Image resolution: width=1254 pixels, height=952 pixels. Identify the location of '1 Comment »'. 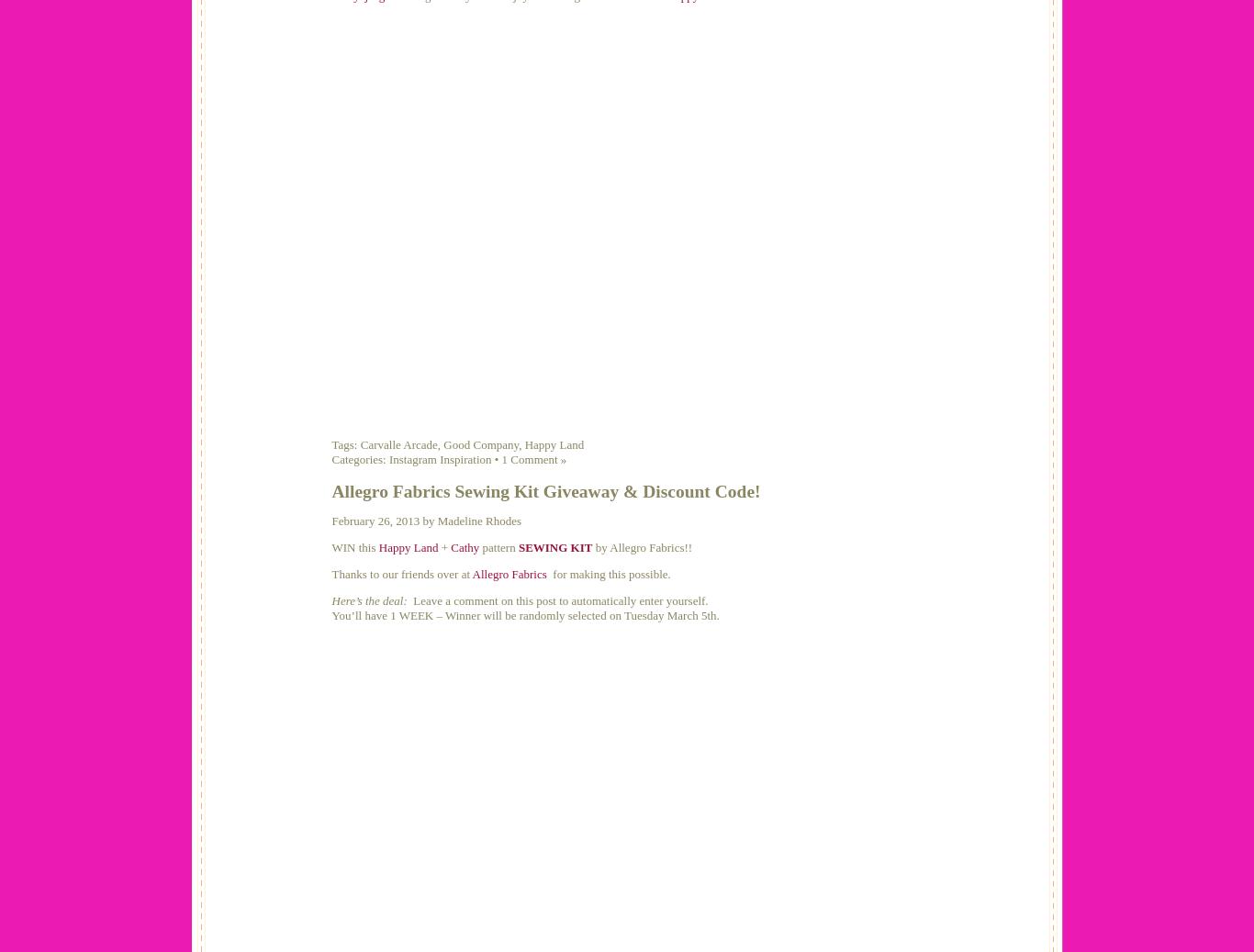
(532, 457).